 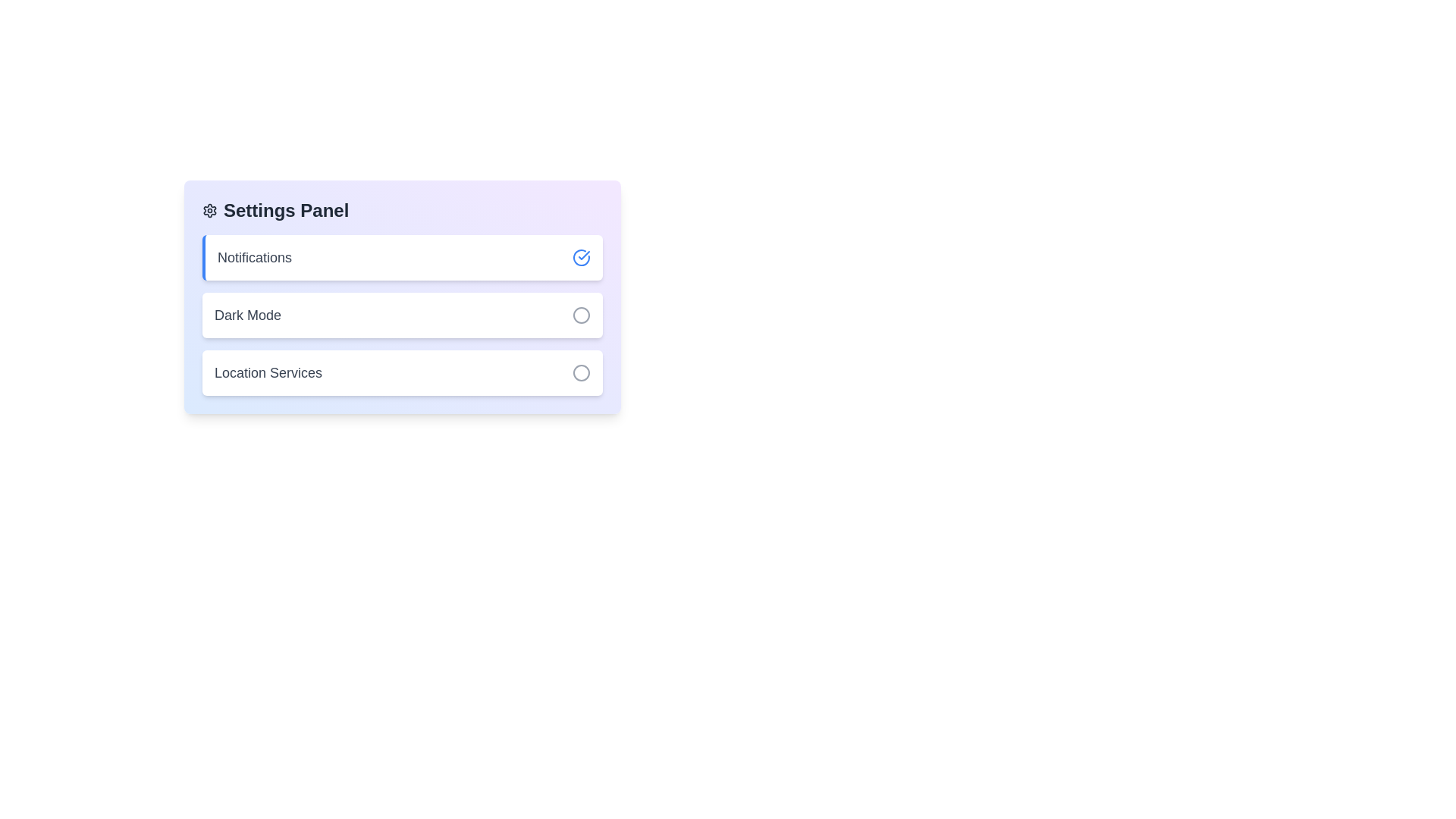 What do you see at coordinates (581, 373) in the screenshot?
I see `the toggle button for Location Services to change its state` at bounding box center [581, 373].